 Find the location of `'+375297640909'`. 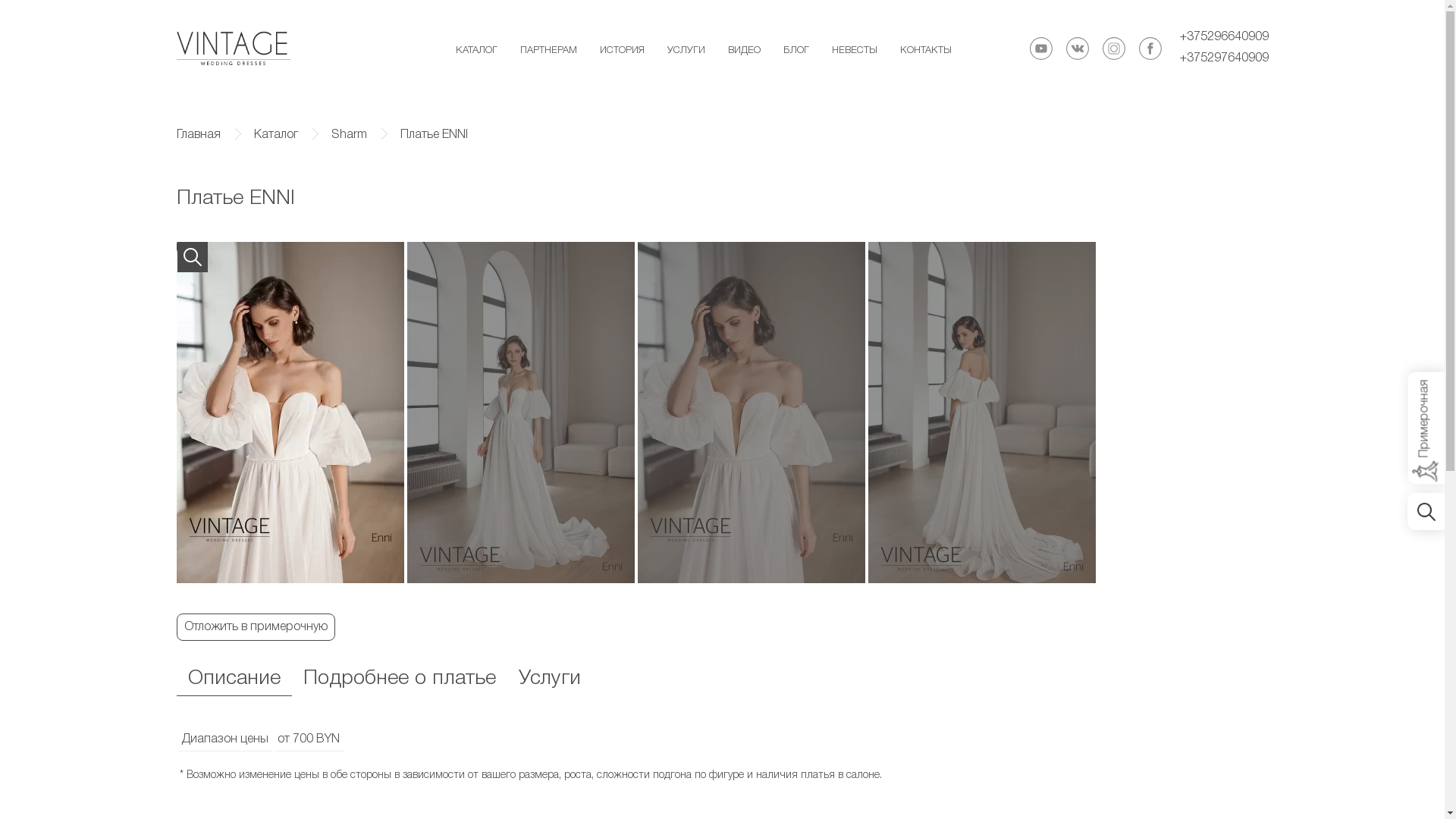

'+375297640909' is located at coordinates (1224, 58).